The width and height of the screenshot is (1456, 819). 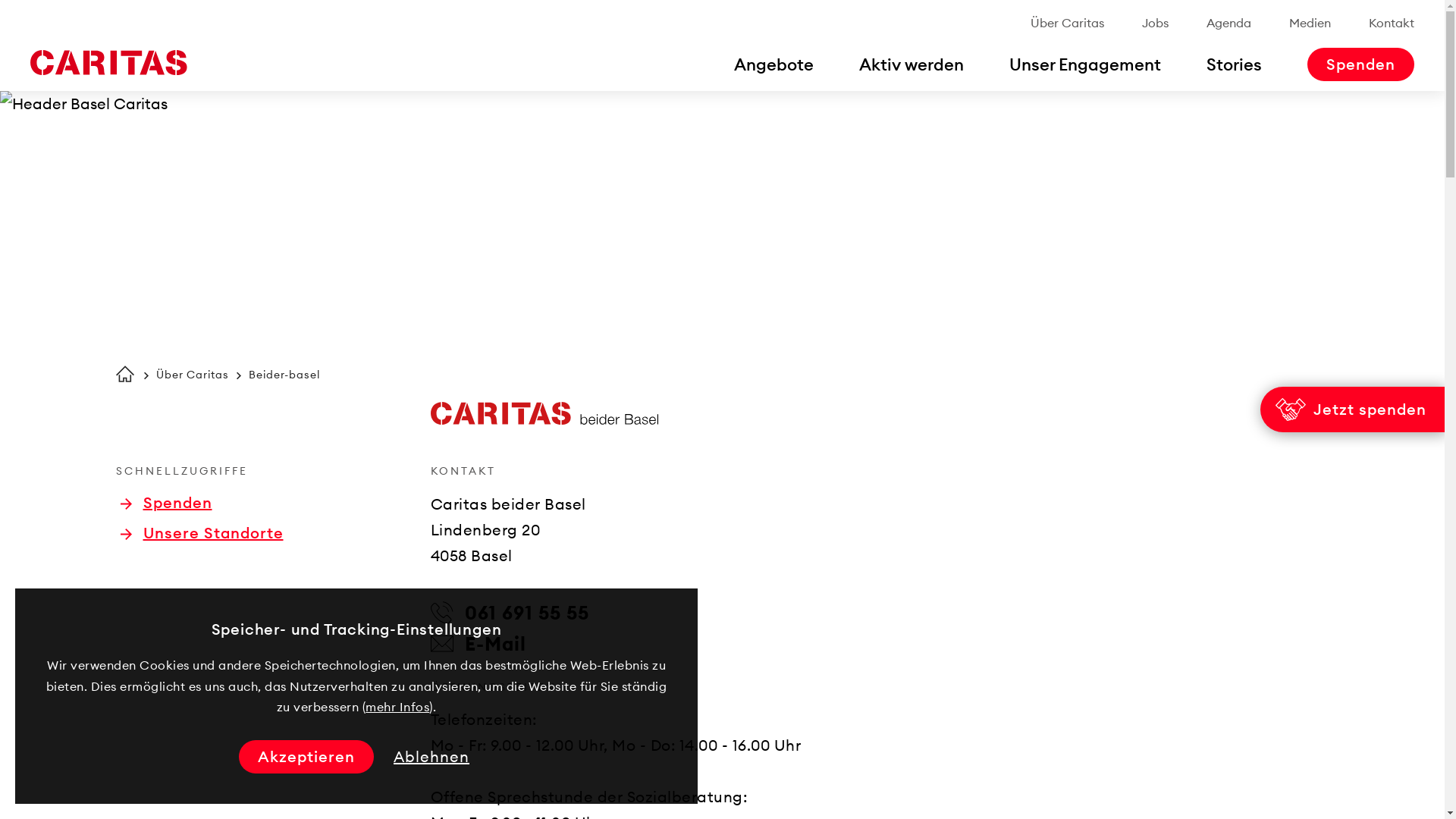 What do you see at coordinates (1288, 23) in the screenshot?
I see `'Medien'` at bounding box center [1288, 23].